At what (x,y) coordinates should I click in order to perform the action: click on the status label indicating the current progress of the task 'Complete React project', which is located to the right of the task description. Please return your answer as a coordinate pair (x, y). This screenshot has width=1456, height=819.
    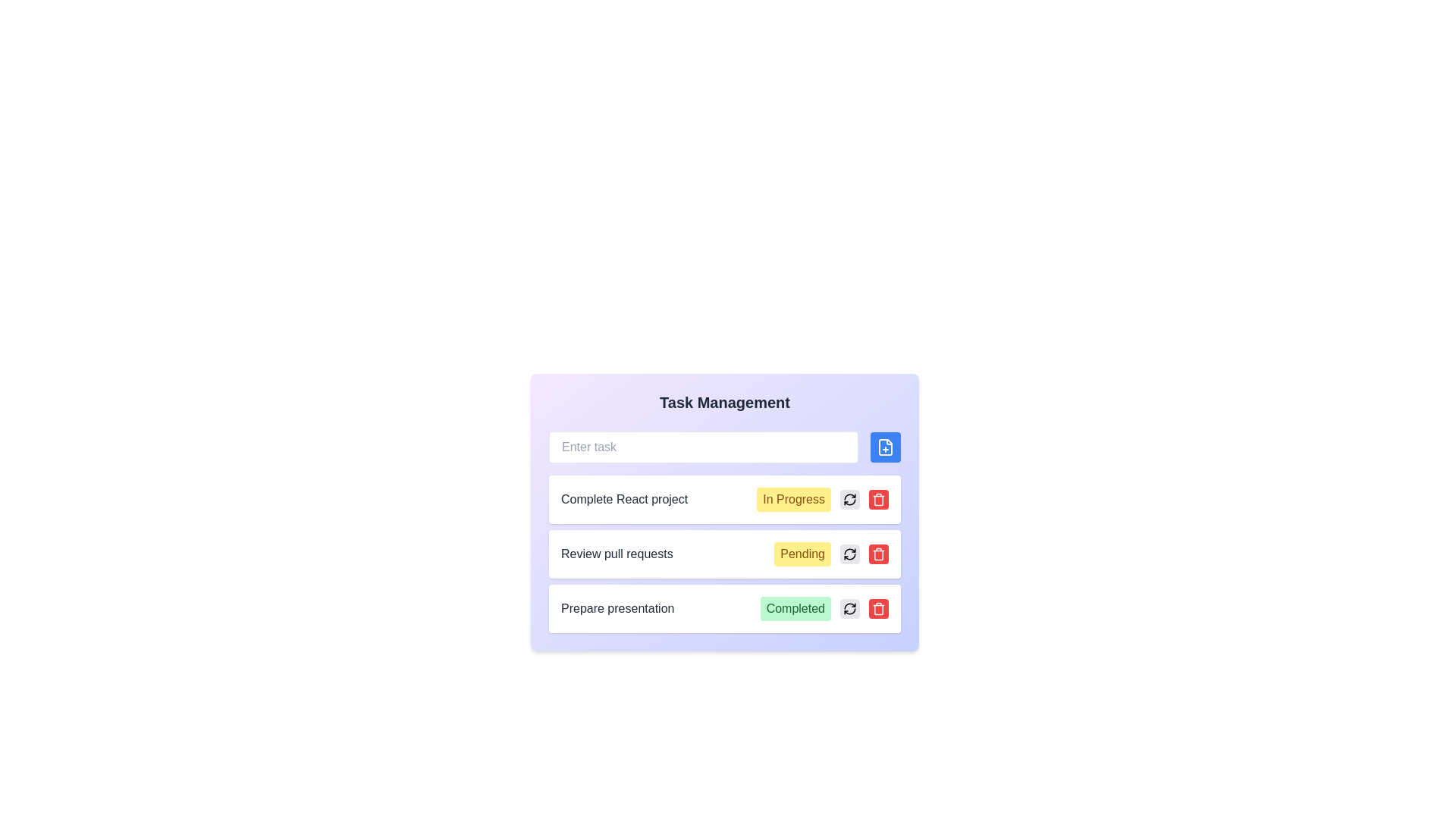
    Looking at the image, I should click on (822, 500).